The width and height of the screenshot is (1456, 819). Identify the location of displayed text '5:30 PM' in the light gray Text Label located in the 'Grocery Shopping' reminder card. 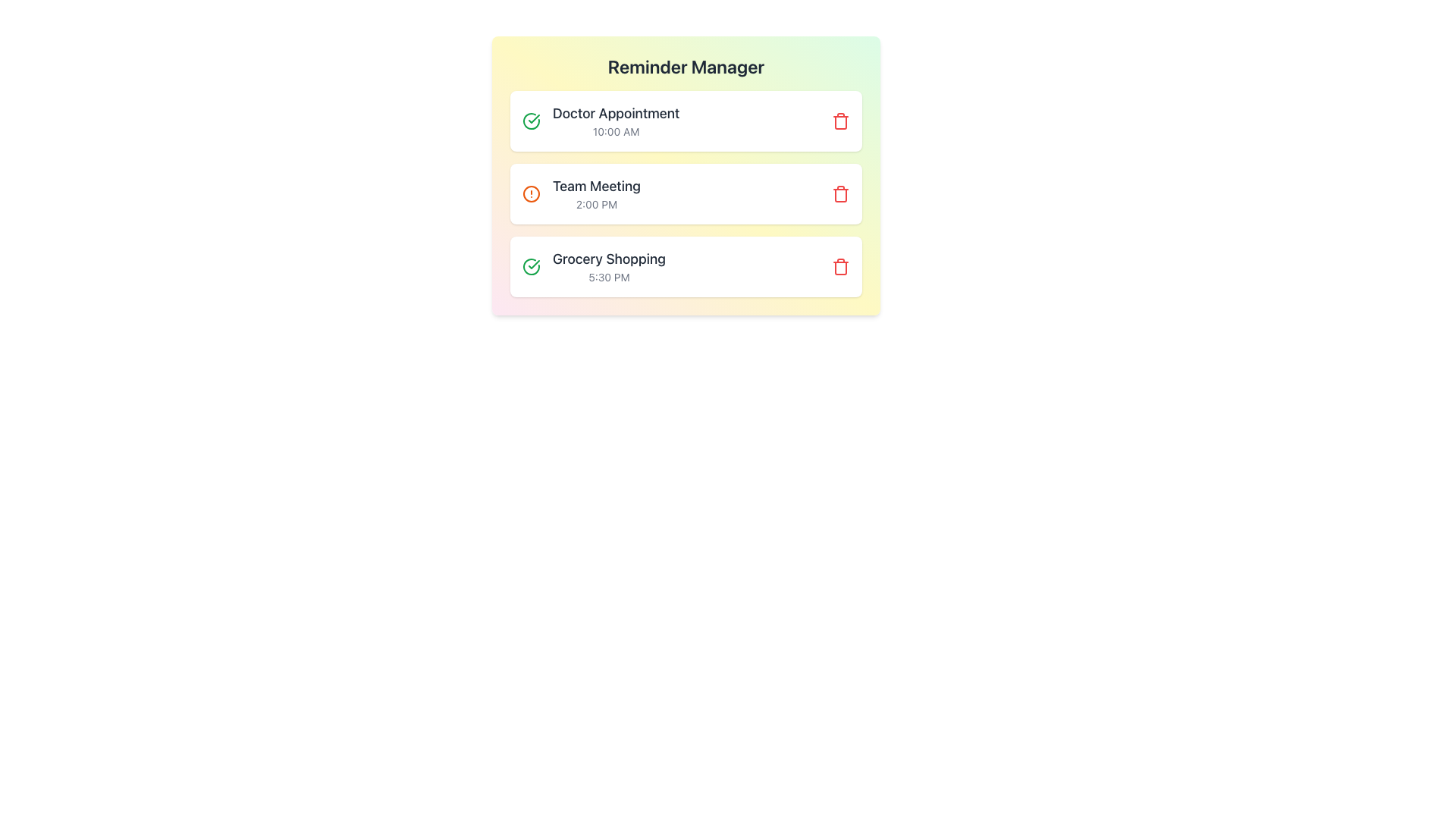
(609, 278).